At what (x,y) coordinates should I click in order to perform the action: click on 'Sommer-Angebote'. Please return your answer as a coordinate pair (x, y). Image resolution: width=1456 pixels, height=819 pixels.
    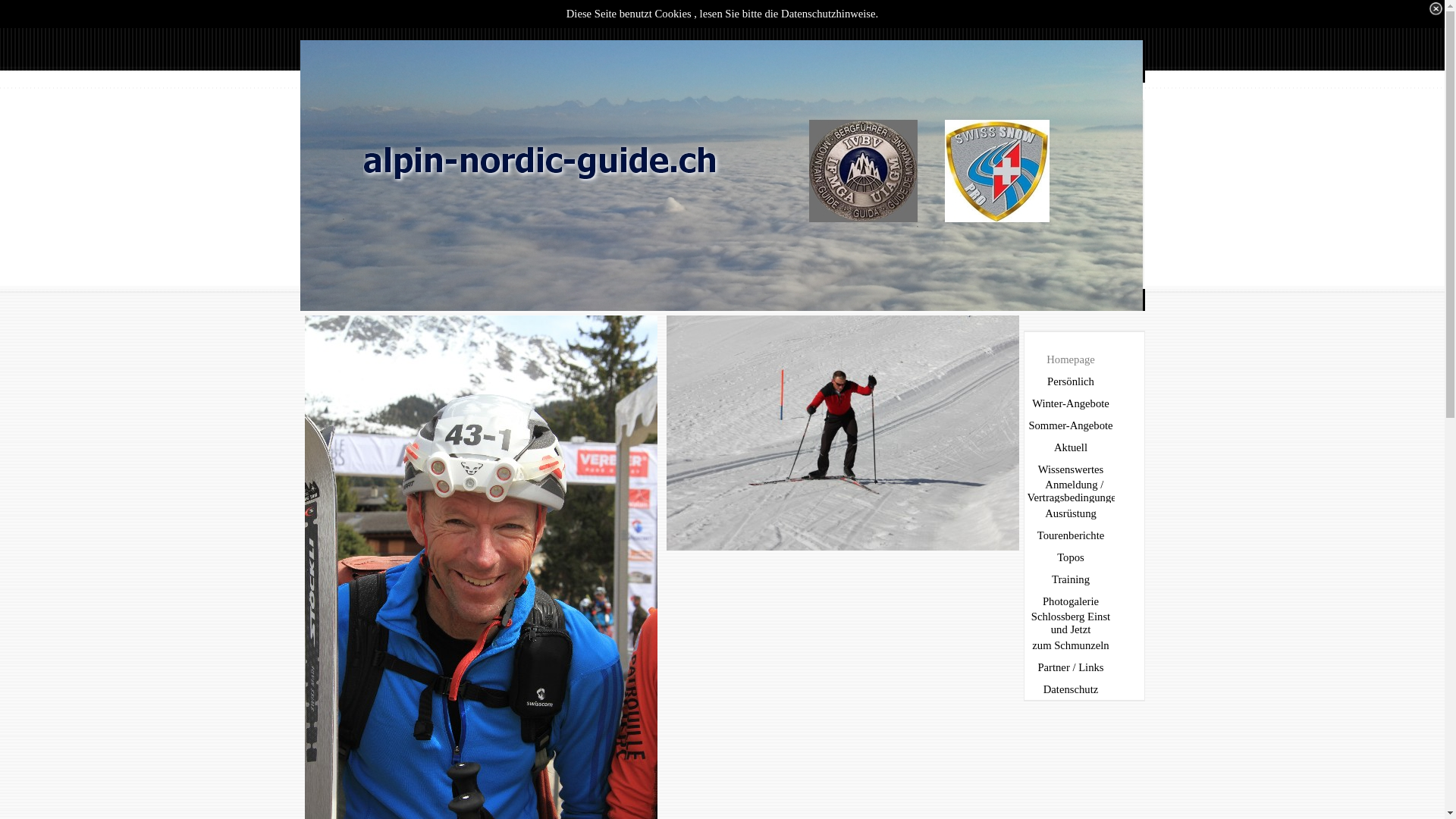
    Looking at the image, I should click on (1026, 425).